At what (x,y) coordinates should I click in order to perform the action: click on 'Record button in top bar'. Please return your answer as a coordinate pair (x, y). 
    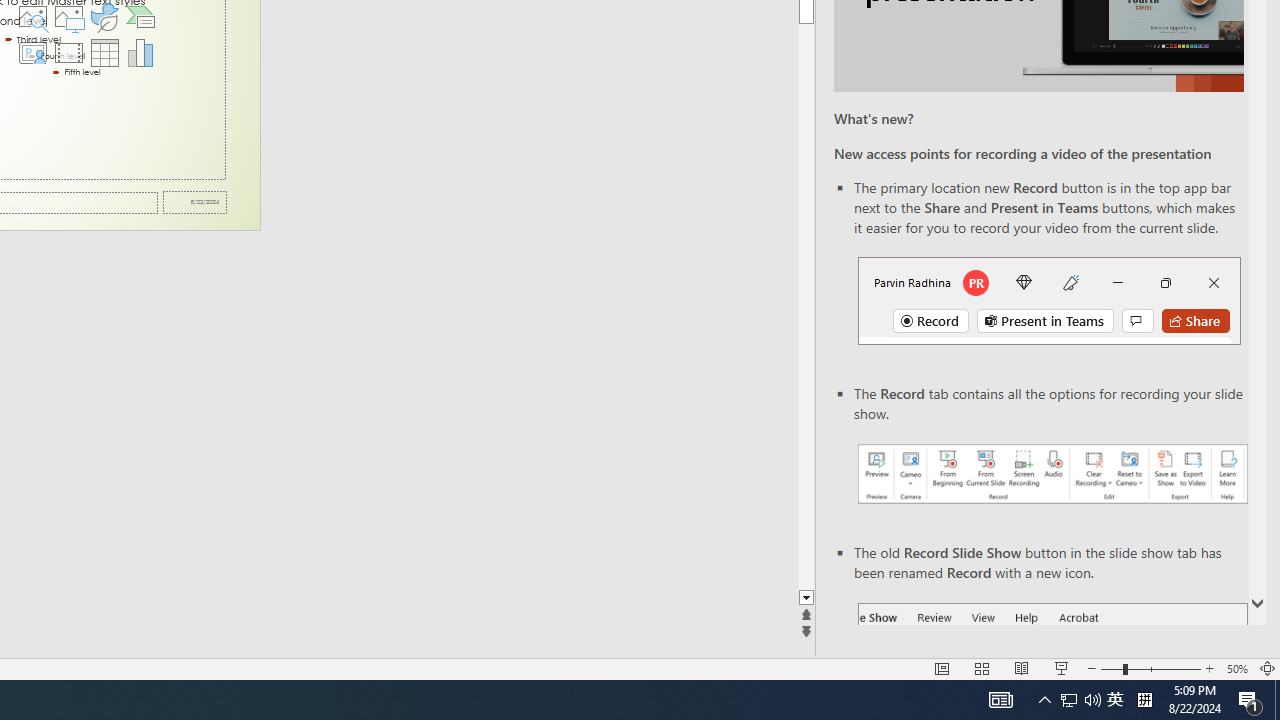
    Looking at the image, I should click on (1048, 300).